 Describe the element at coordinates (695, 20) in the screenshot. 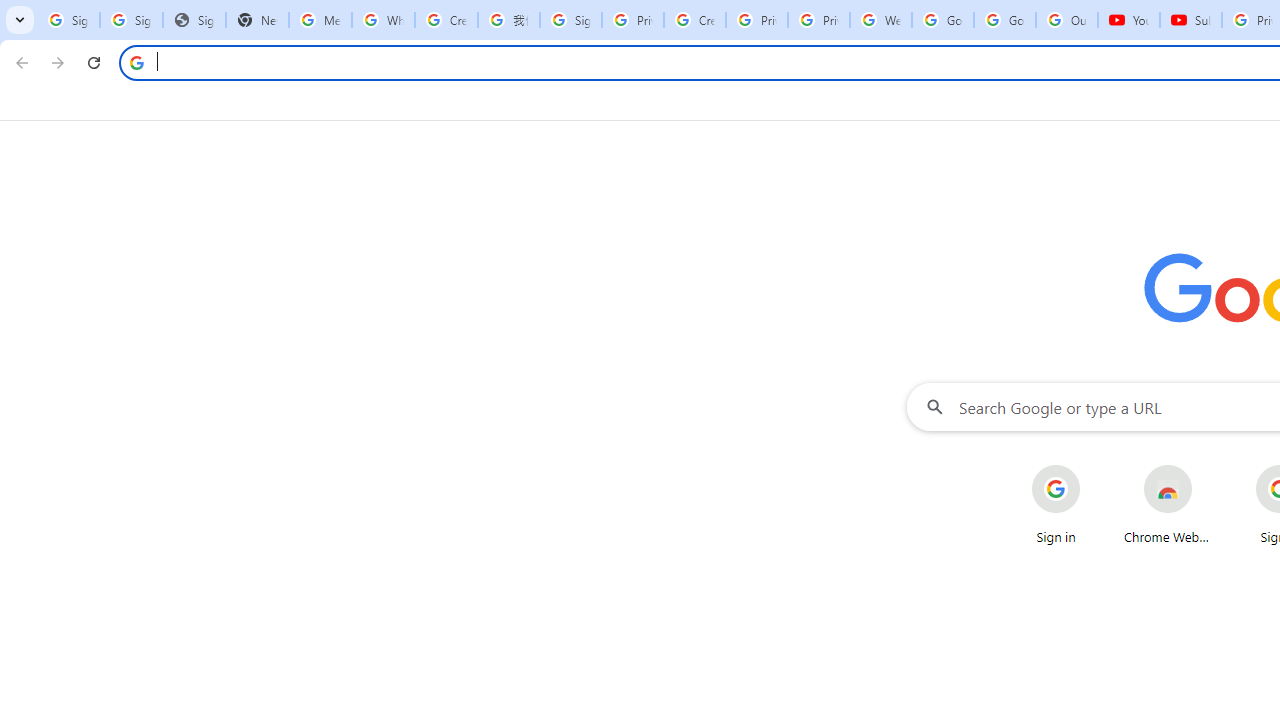

I see `'Create your Google Account'` at that location.